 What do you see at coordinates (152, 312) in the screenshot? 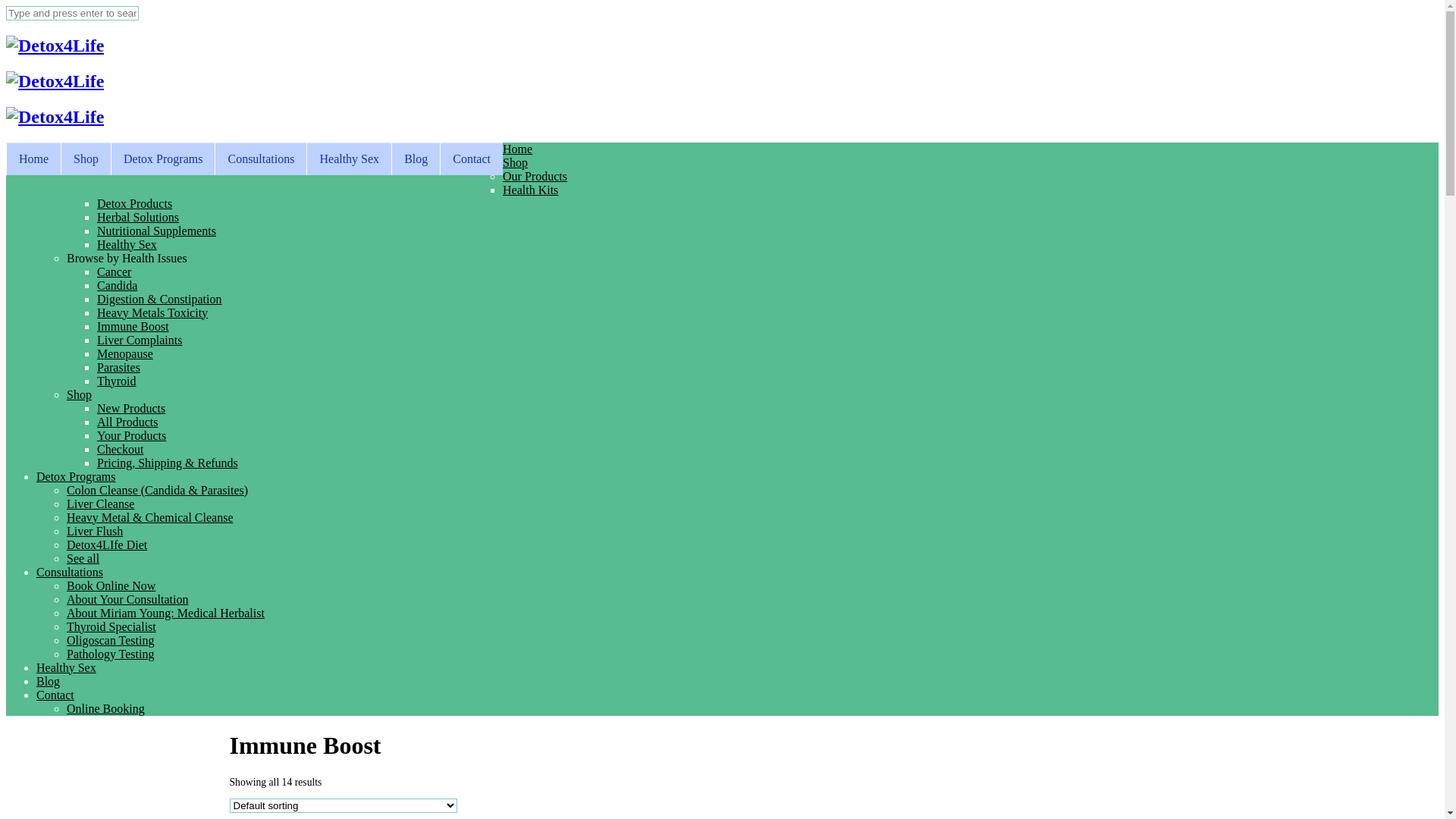
I see `'Heavy Metals Toxicity'` at bounding box center [152, 312].